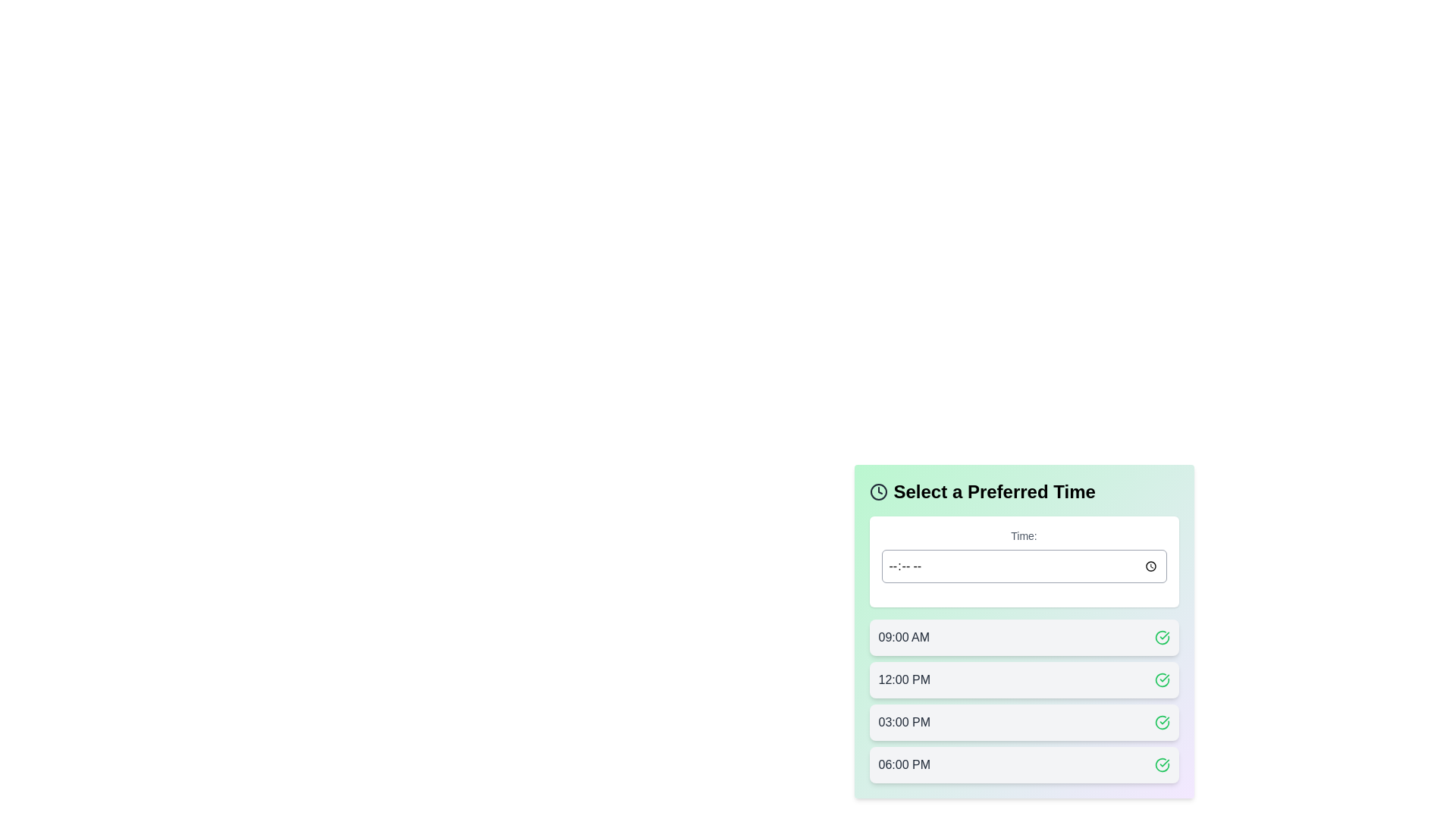 This screenshot has height=819, width=1456. Describe the element at coordinates (1161, 637) in the screenshot. I see `the Status indicator icon, checkmark that confirms the selection of the time option '09:00 AM', located to the far right of the list item` at that location.